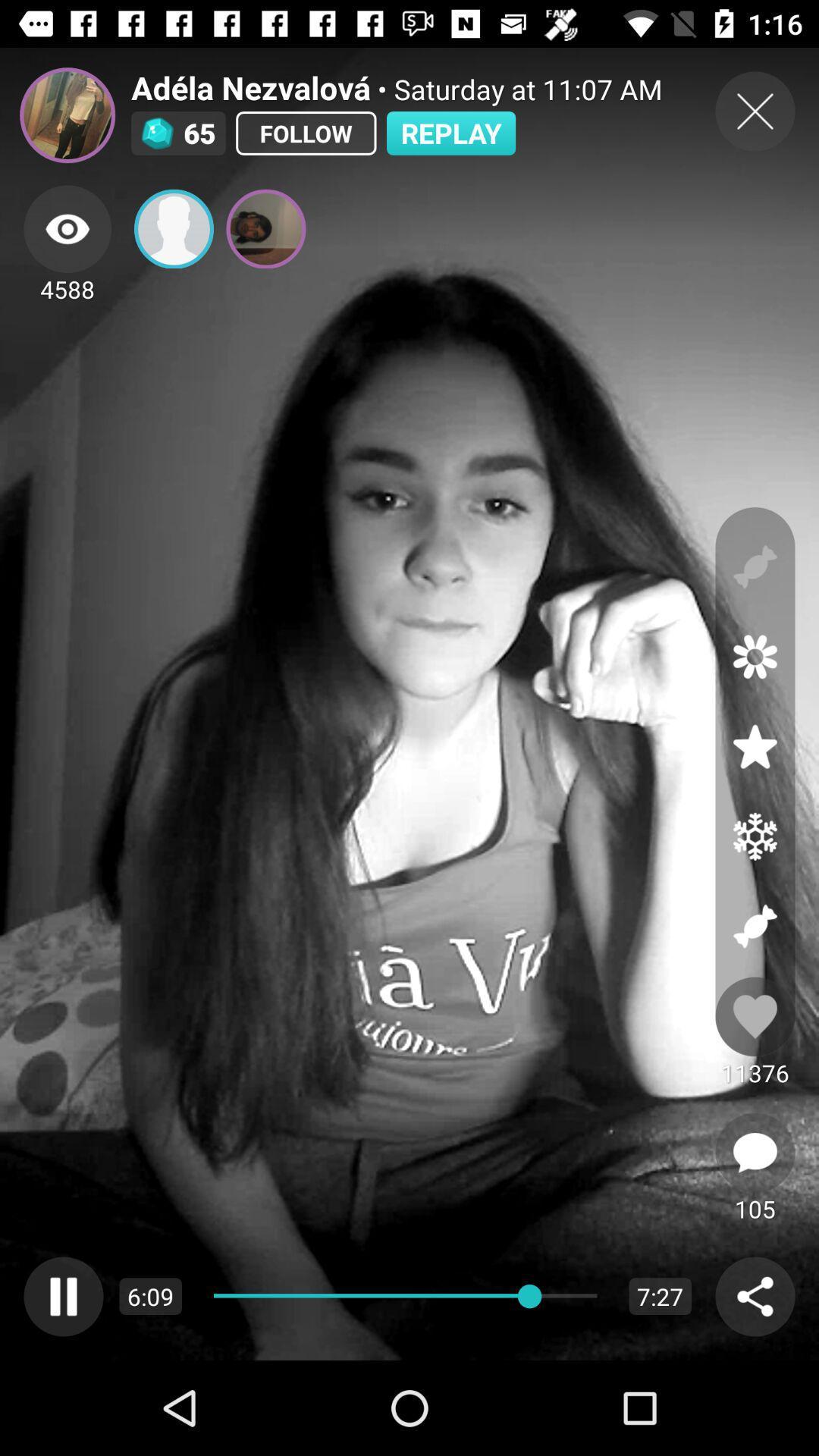 This screenshot has height=1456, width=819. What do you see at coordinates (63, 1295) in the screenshot?
I see `the pause icon` at bounding box center [63, 1295].